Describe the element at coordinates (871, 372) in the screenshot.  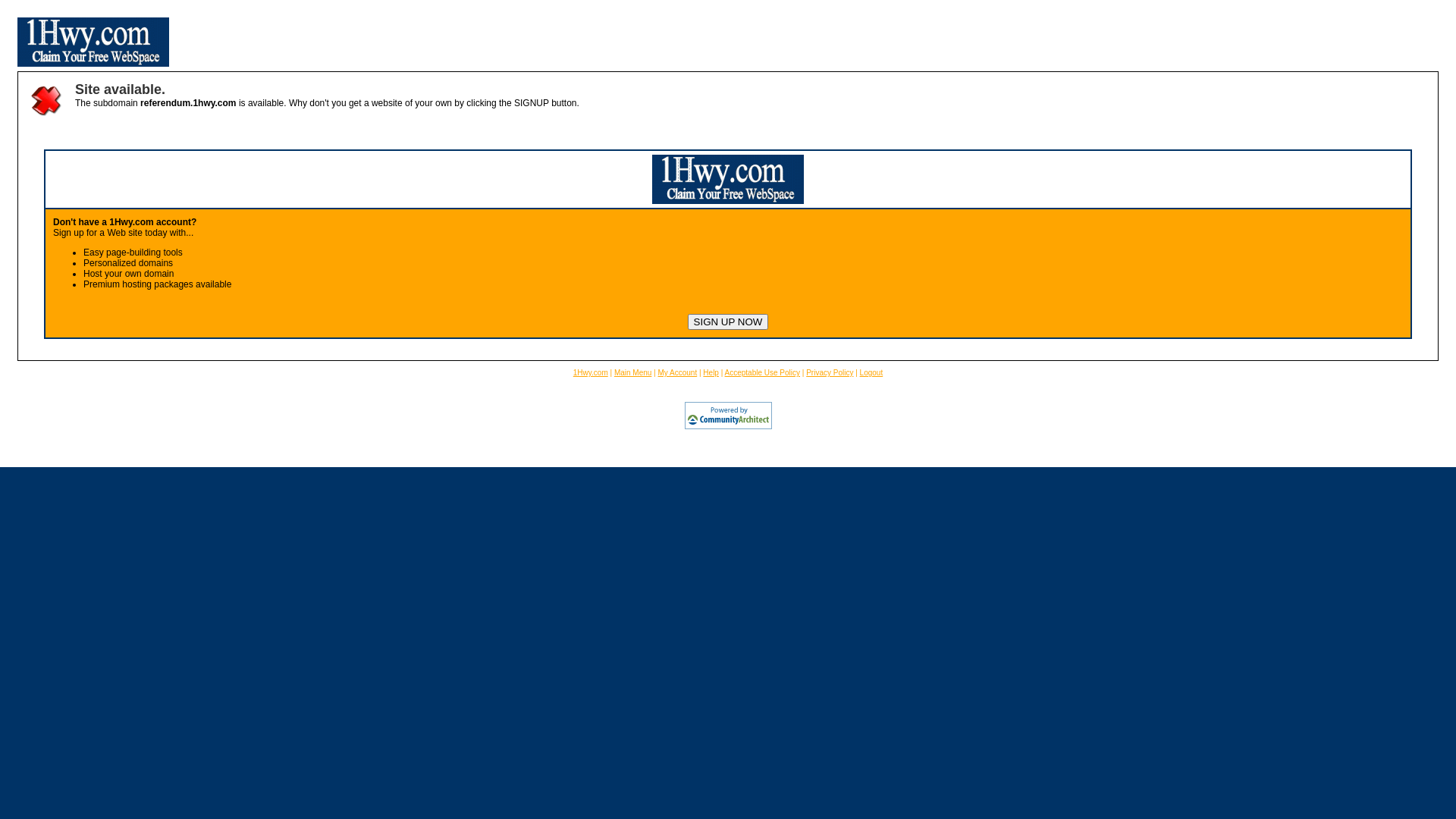
I see `'Logout'` at that location.